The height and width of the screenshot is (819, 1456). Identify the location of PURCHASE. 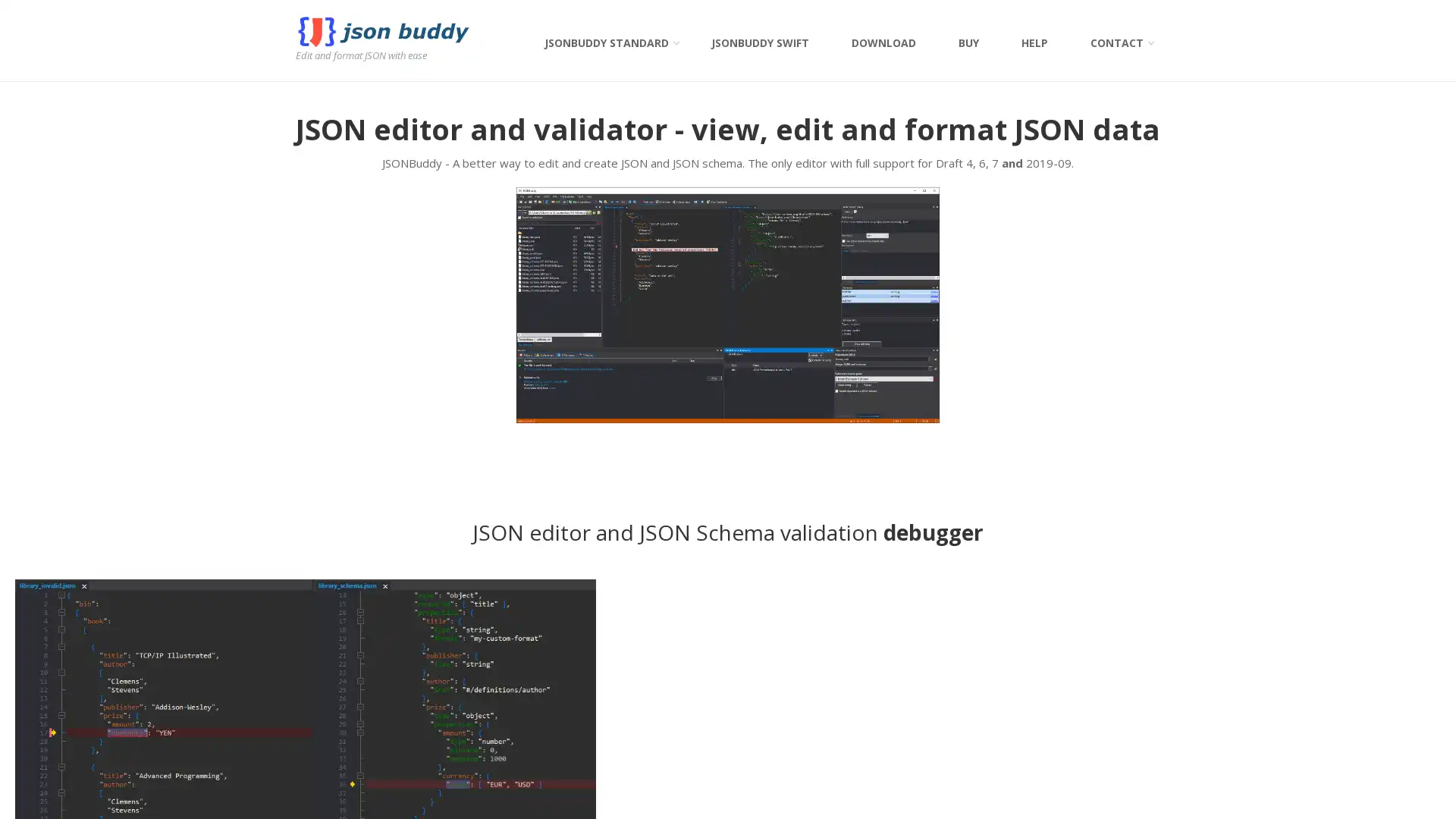
(1057, 464).